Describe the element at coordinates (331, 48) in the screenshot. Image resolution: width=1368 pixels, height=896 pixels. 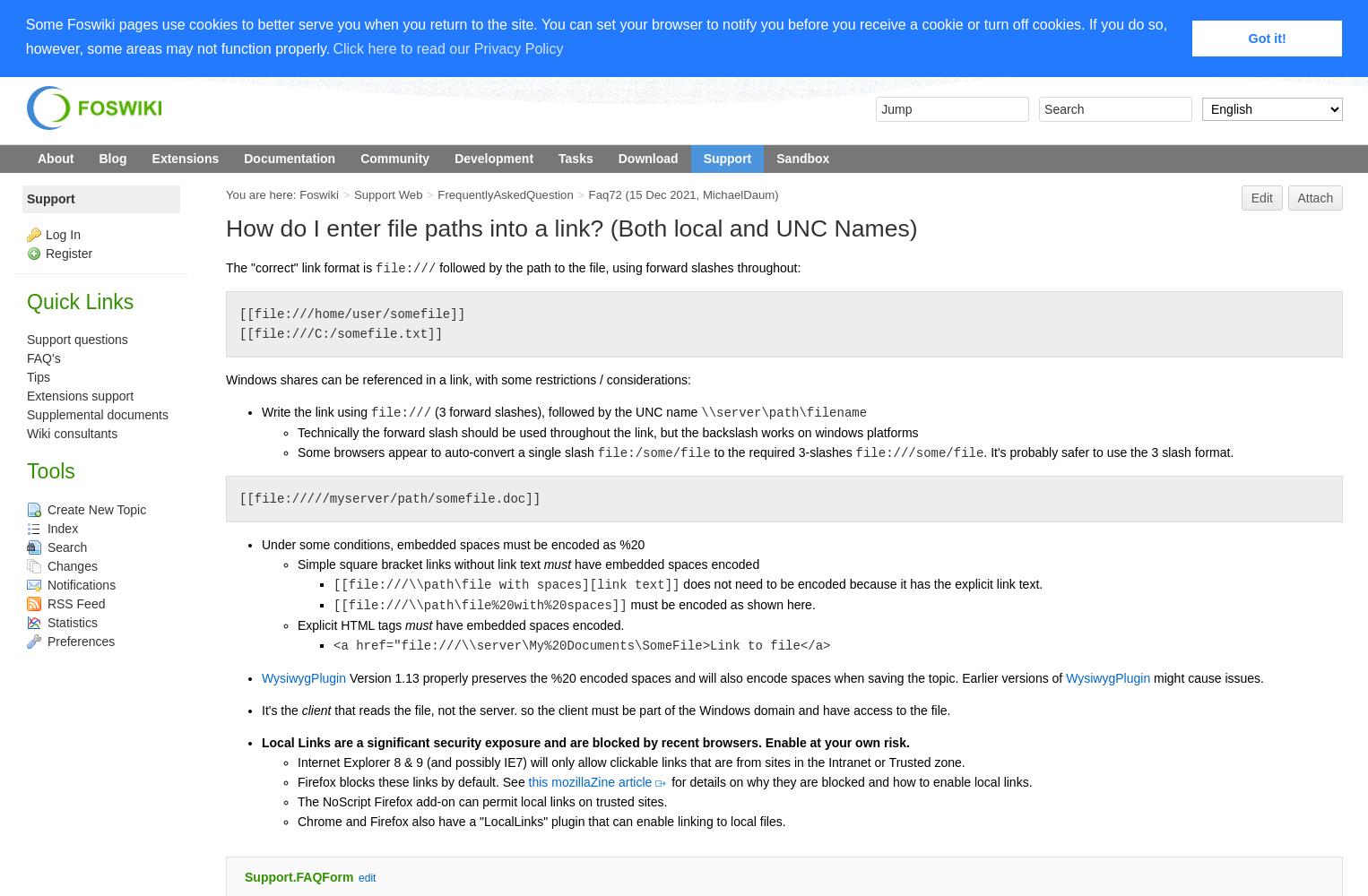
I see `'Click here to read our Privacy Policy'` at that location.